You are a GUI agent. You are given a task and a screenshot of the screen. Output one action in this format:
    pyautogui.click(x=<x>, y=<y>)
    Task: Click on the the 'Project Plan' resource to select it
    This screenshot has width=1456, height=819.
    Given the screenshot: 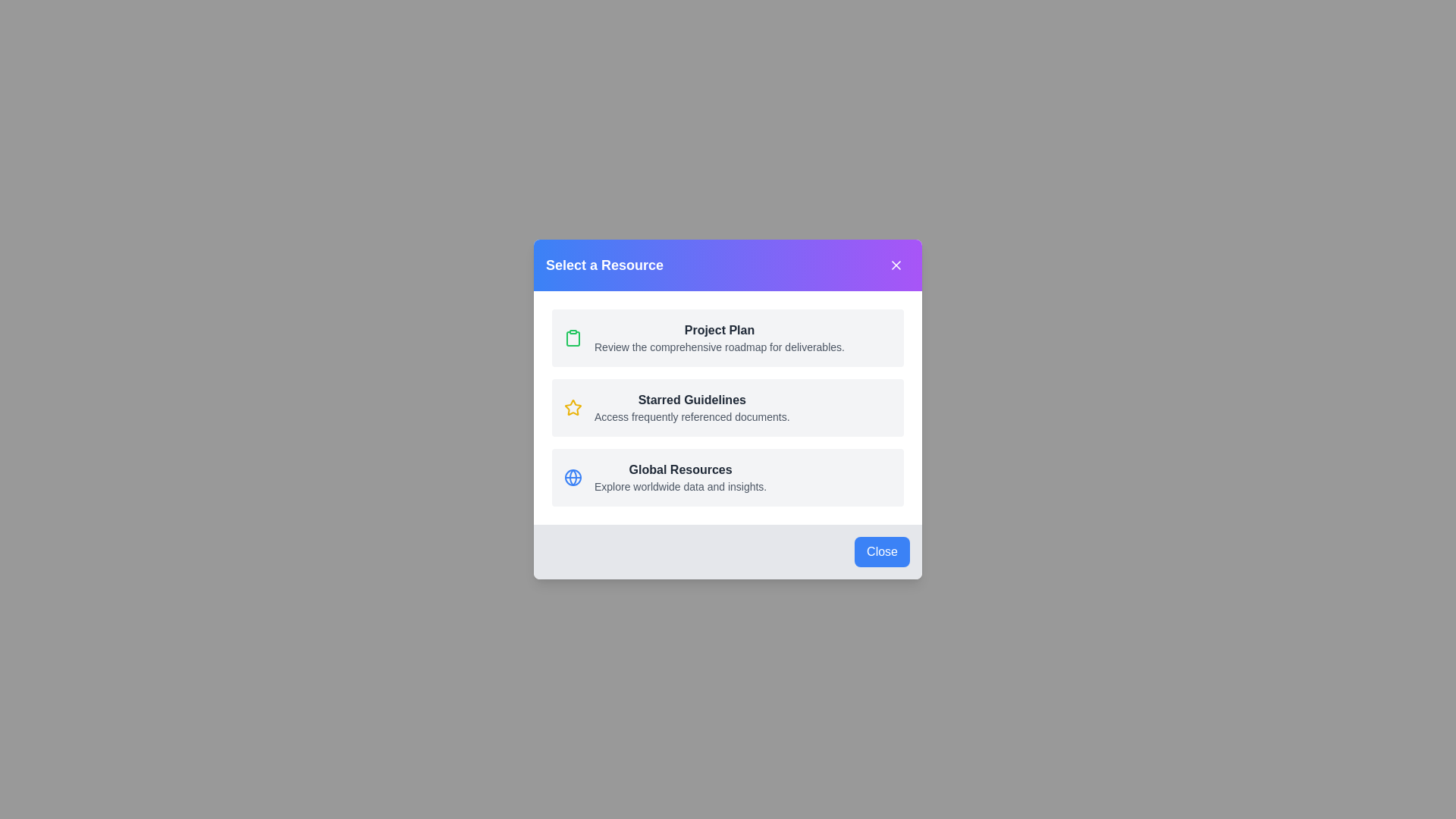 What is the action you would take?
    pyautogui.click(x=728, y=337)
    